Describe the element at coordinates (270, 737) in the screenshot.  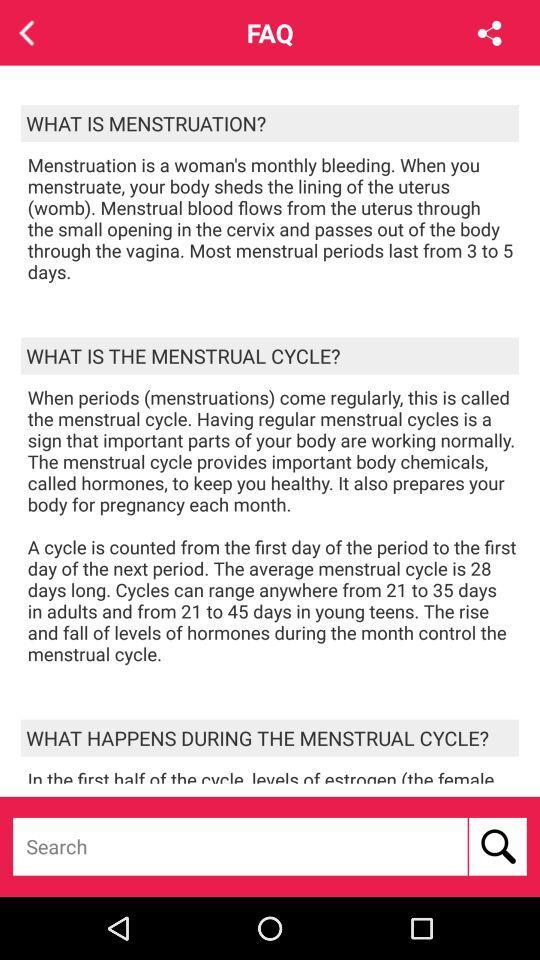
I see `the what happens during icon` at that location.